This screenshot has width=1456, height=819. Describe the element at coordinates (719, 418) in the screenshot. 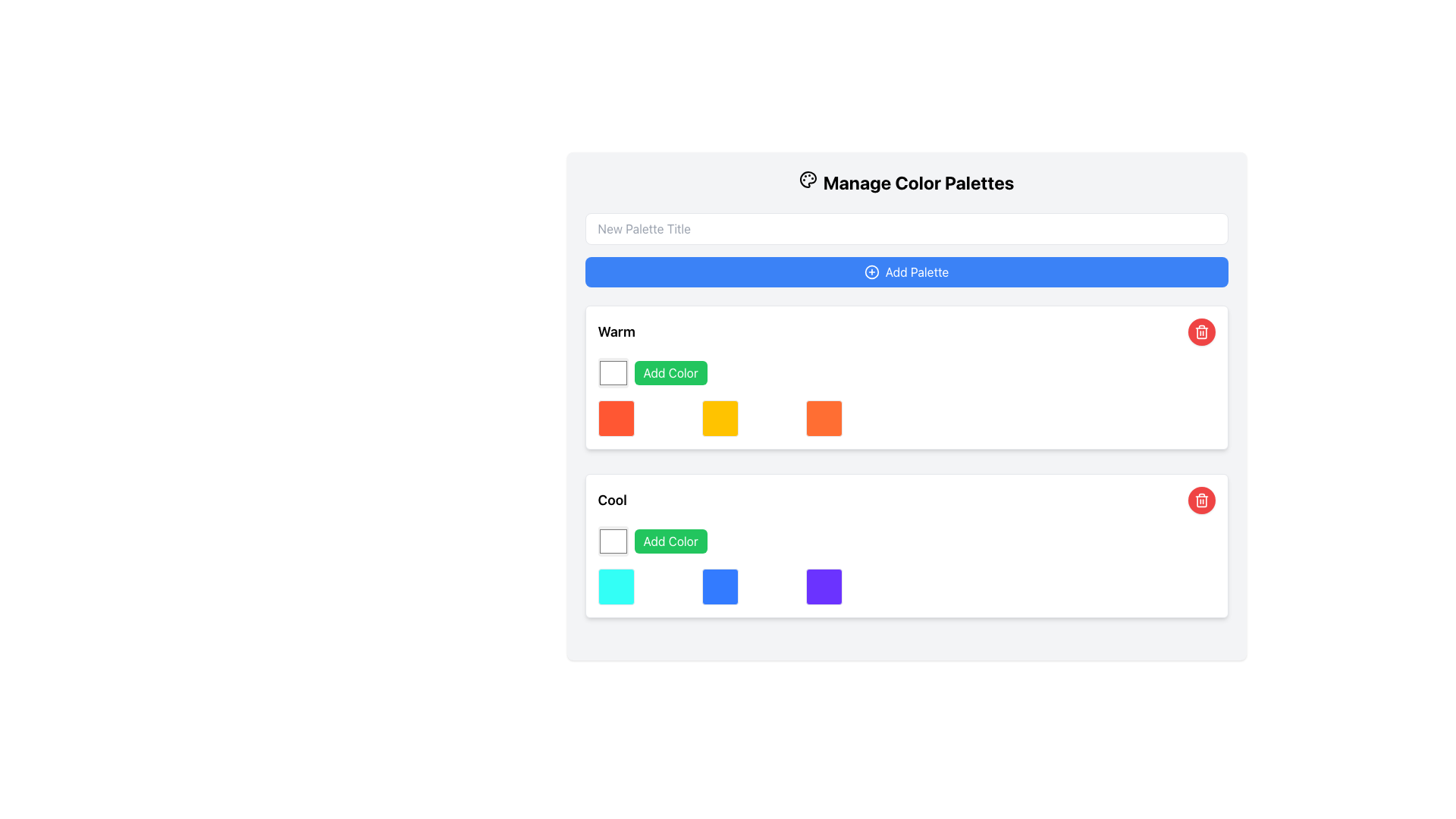

I see `the second Color Display Block in the 'Warm' color palette` at that location.